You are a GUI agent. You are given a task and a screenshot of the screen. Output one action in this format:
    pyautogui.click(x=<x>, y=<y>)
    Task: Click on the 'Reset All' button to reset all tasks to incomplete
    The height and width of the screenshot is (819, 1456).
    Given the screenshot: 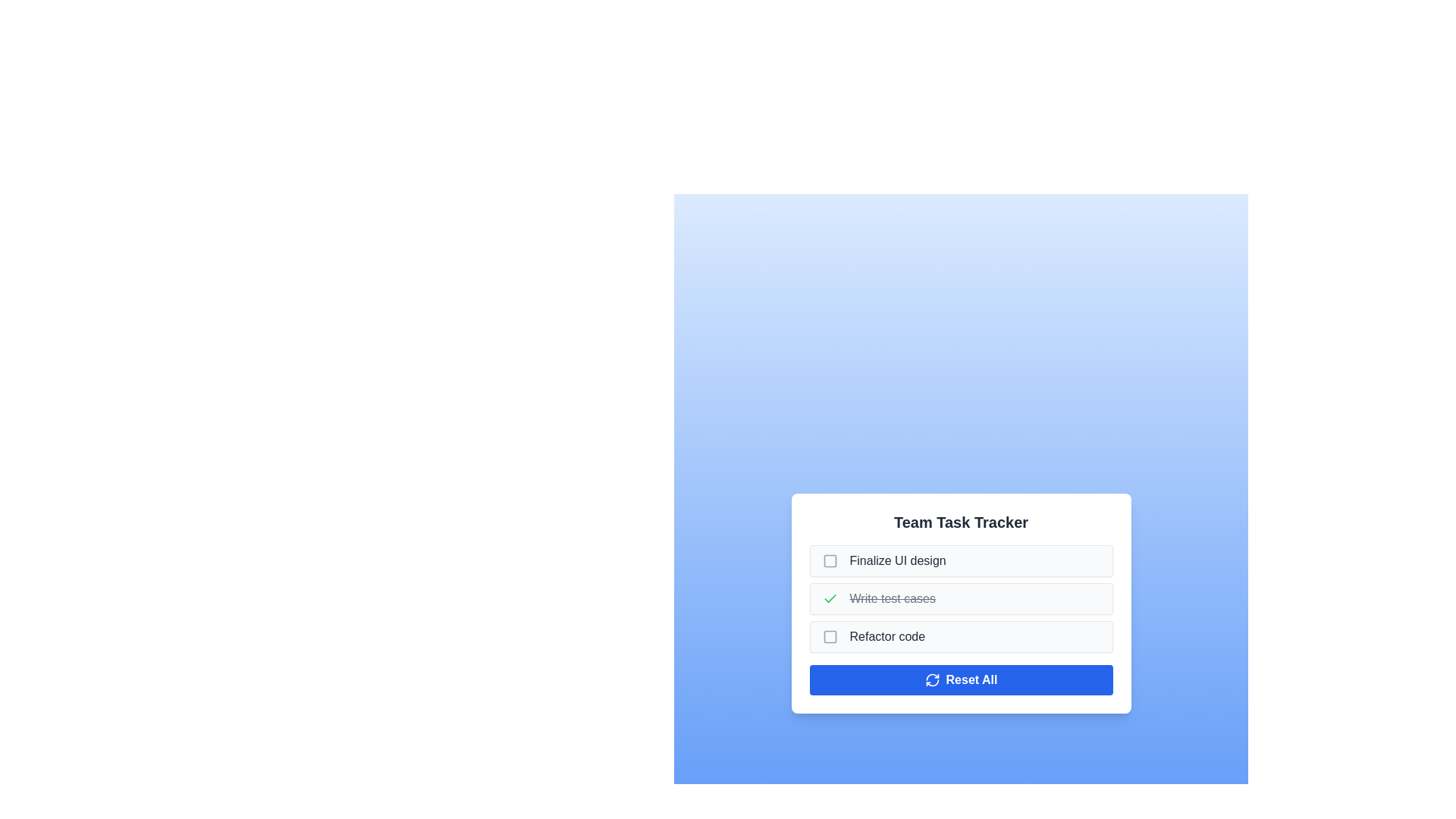 What is the action you would take?
    pyautogui.click(x=960, y=679)
    